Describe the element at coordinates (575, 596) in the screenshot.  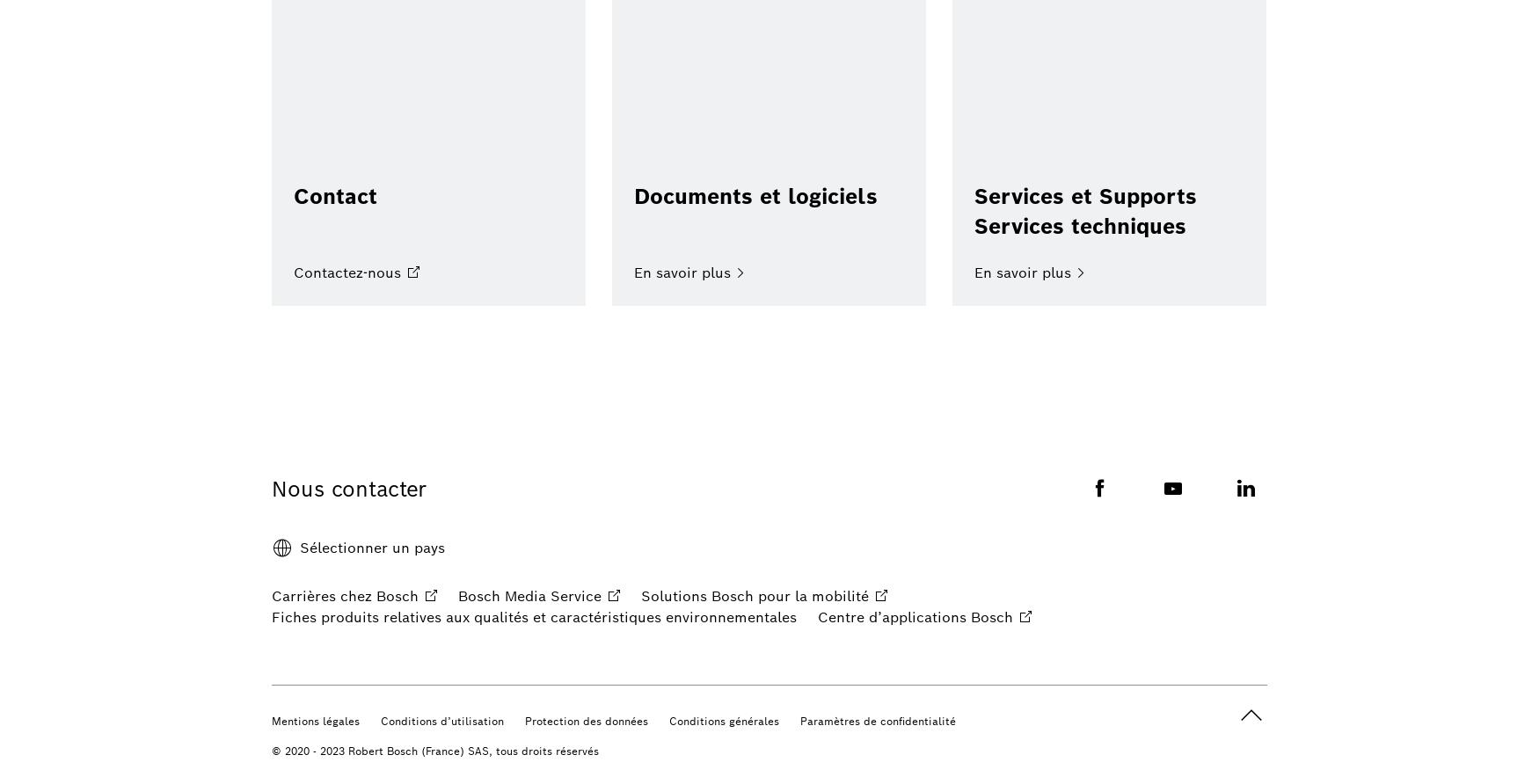
I see `'Service'` at that location.